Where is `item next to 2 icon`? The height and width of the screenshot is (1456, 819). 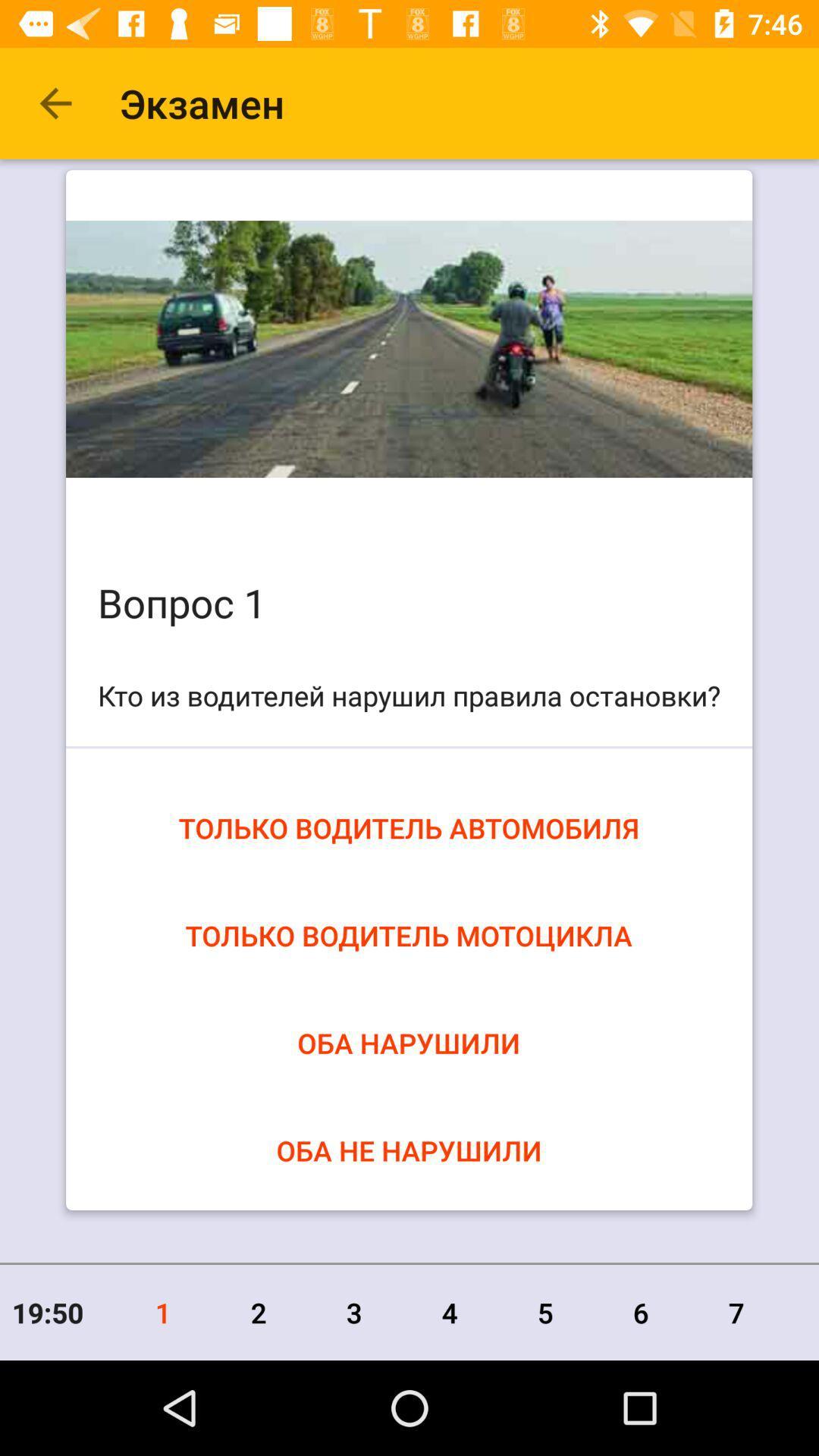 item next to 2 icon is located at coordinates (354, 1312).